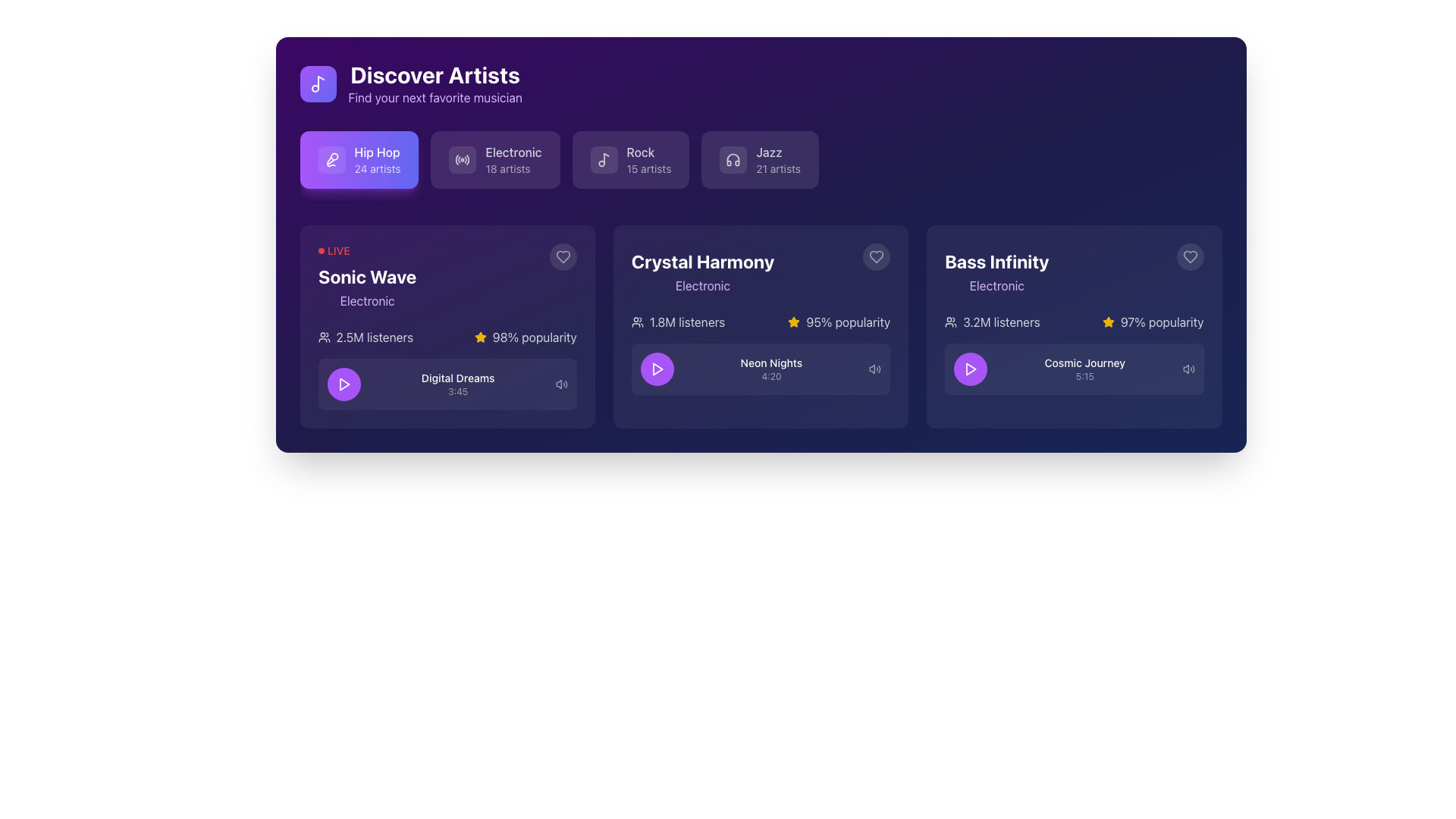 This screenshot has width=1456, height=819. What do you see at coordinates (771, 369) in the screenshot?
I see `the text block displaying the title 'Neon Nights' in white text, located in the card for the musical artist 'Crystal Harmony', positioned towards the bottom right of the circular play button` at bounding box center [771, 369].